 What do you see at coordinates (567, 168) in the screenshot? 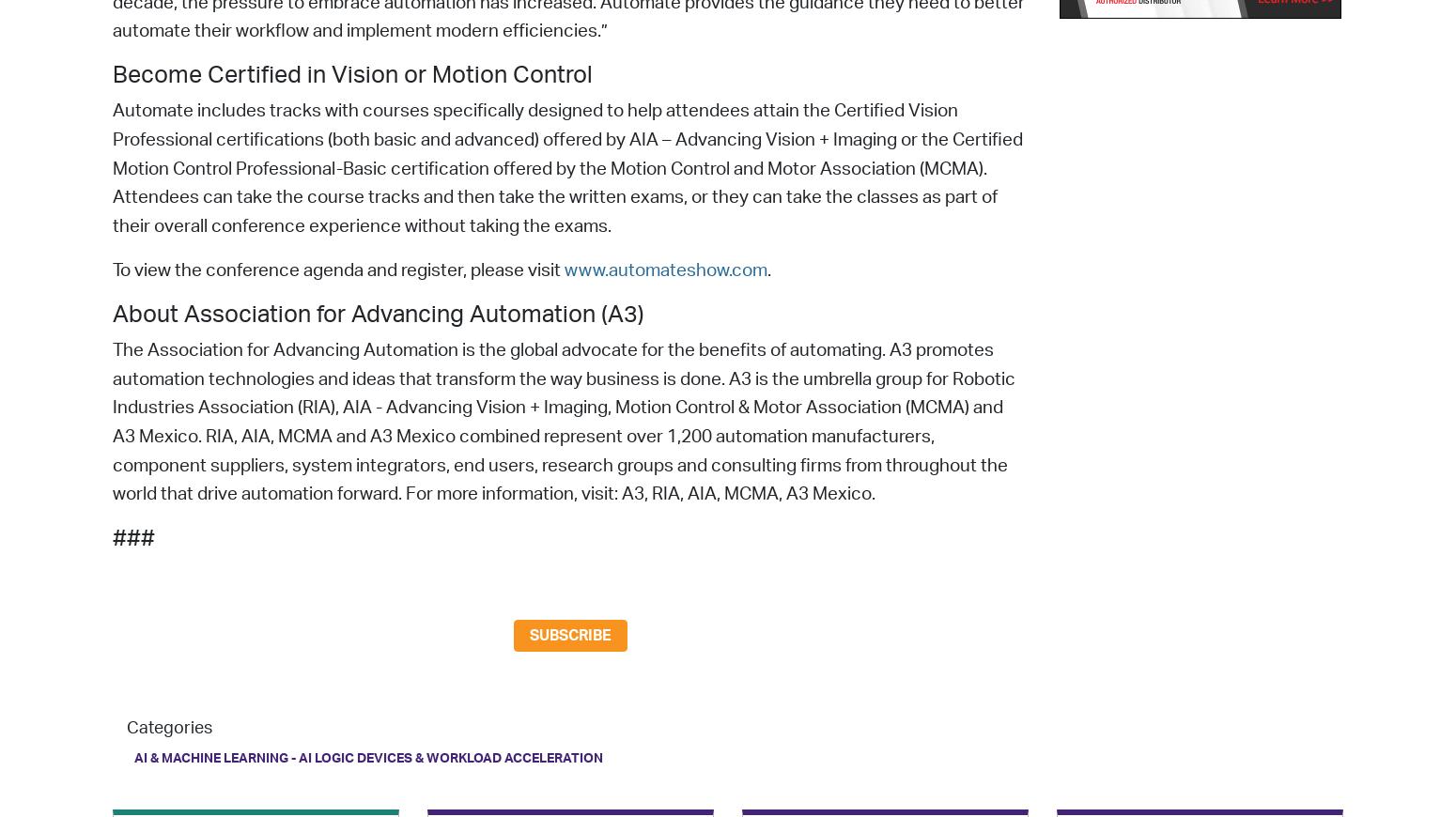
I see `'Automate includes tracks with courses specifically designed to help attendees attain the Certified Vision Professional certifications (both basic and advanced) offered by AIA – Advancing Vision + Imaging or the Certified Motion Control Professional-Basic certification offered by the Motion Control and Motor Association (MCMA). Attendees can take the course tracks and then take the written exams, or they can take the classes as part of their overall conference experience without taking the exams.'` at bounding box center [567, 168].